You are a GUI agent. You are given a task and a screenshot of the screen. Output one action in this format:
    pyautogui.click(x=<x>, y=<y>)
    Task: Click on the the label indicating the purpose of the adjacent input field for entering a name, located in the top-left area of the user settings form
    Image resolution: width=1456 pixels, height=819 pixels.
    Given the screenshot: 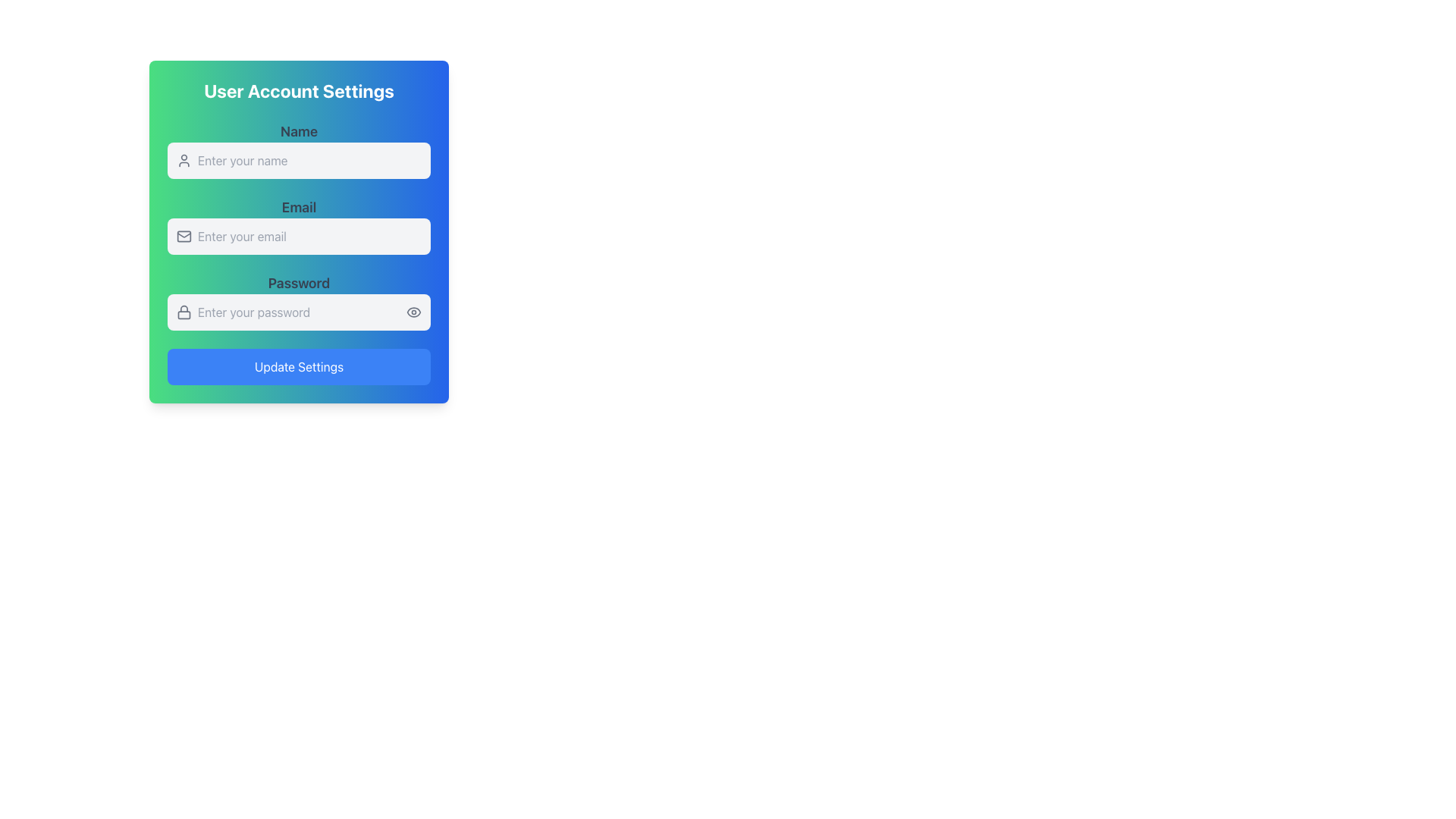 What is the action you would take?
    pyautogui.click(x=299, y=130)
    